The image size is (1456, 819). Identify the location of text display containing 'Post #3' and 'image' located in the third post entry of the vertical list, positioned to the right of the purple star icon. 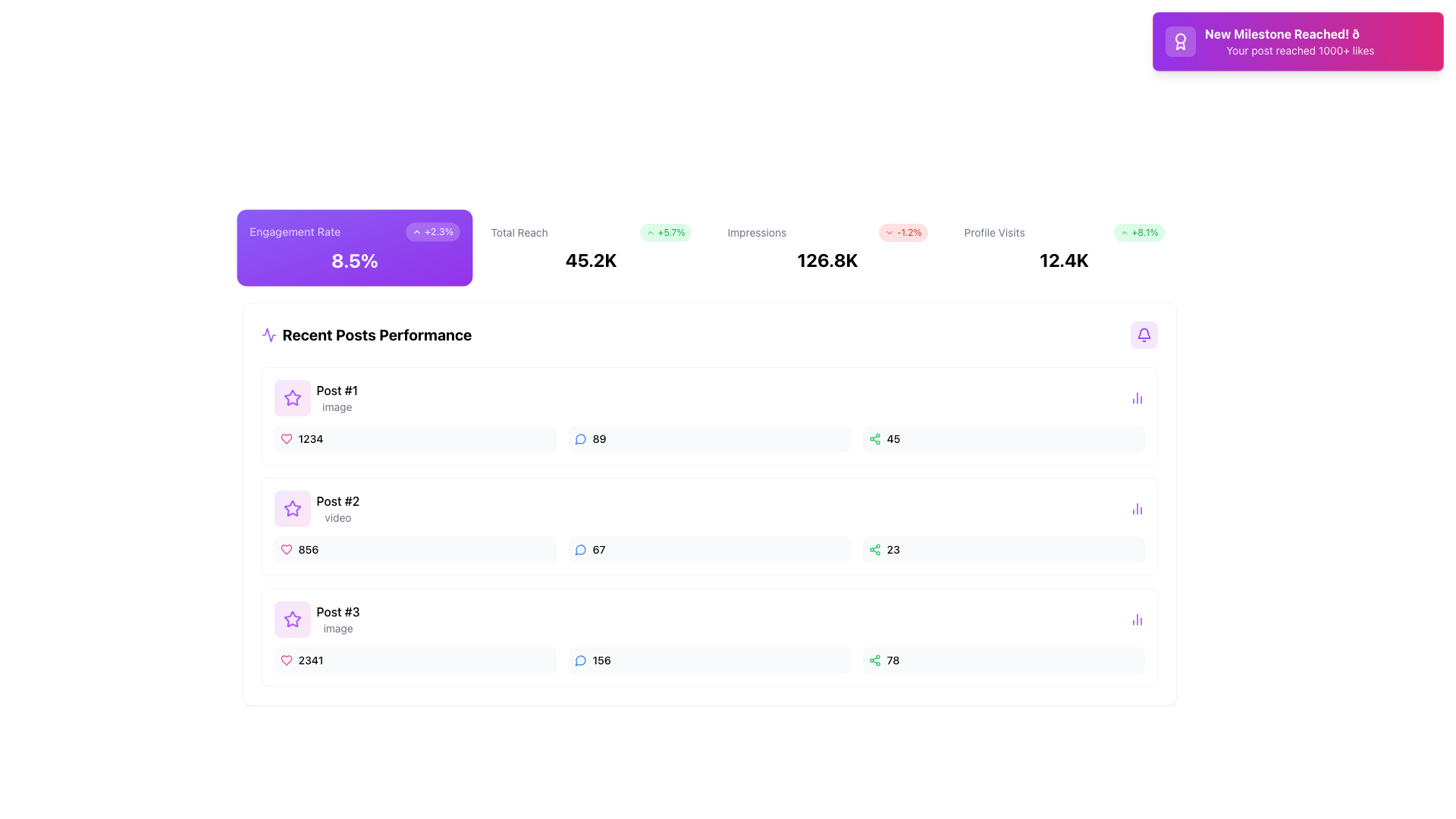
(337, 620).